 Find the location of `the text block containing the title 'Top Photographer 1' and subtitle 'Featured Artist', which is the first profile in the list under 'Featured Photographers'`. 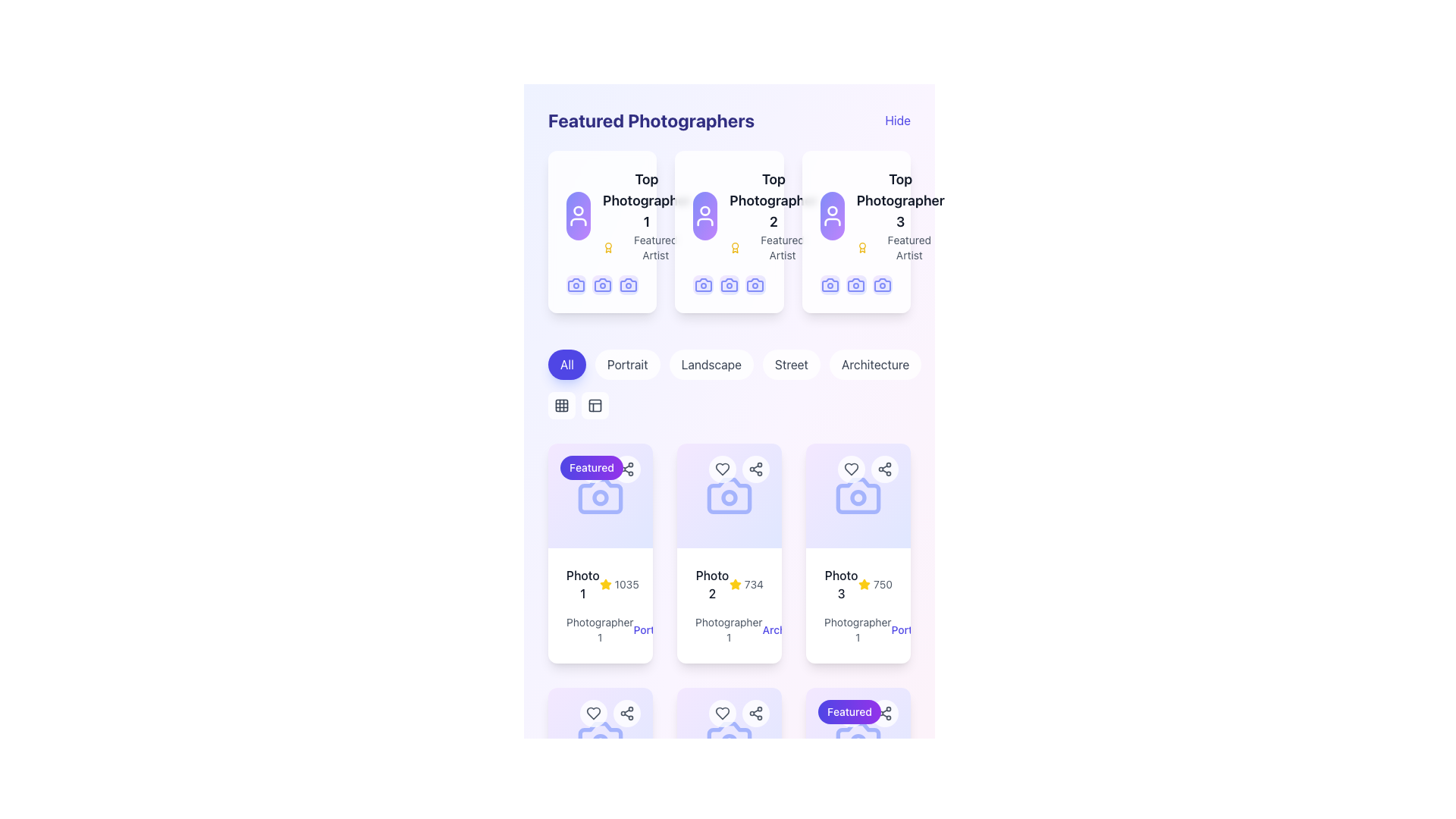

the text block containing the title 'Top Photographer 1' and subtitle 'Featured Artist', which is the first profile in the list under 'Featured Photographers' is located at coordinates (647, 216).